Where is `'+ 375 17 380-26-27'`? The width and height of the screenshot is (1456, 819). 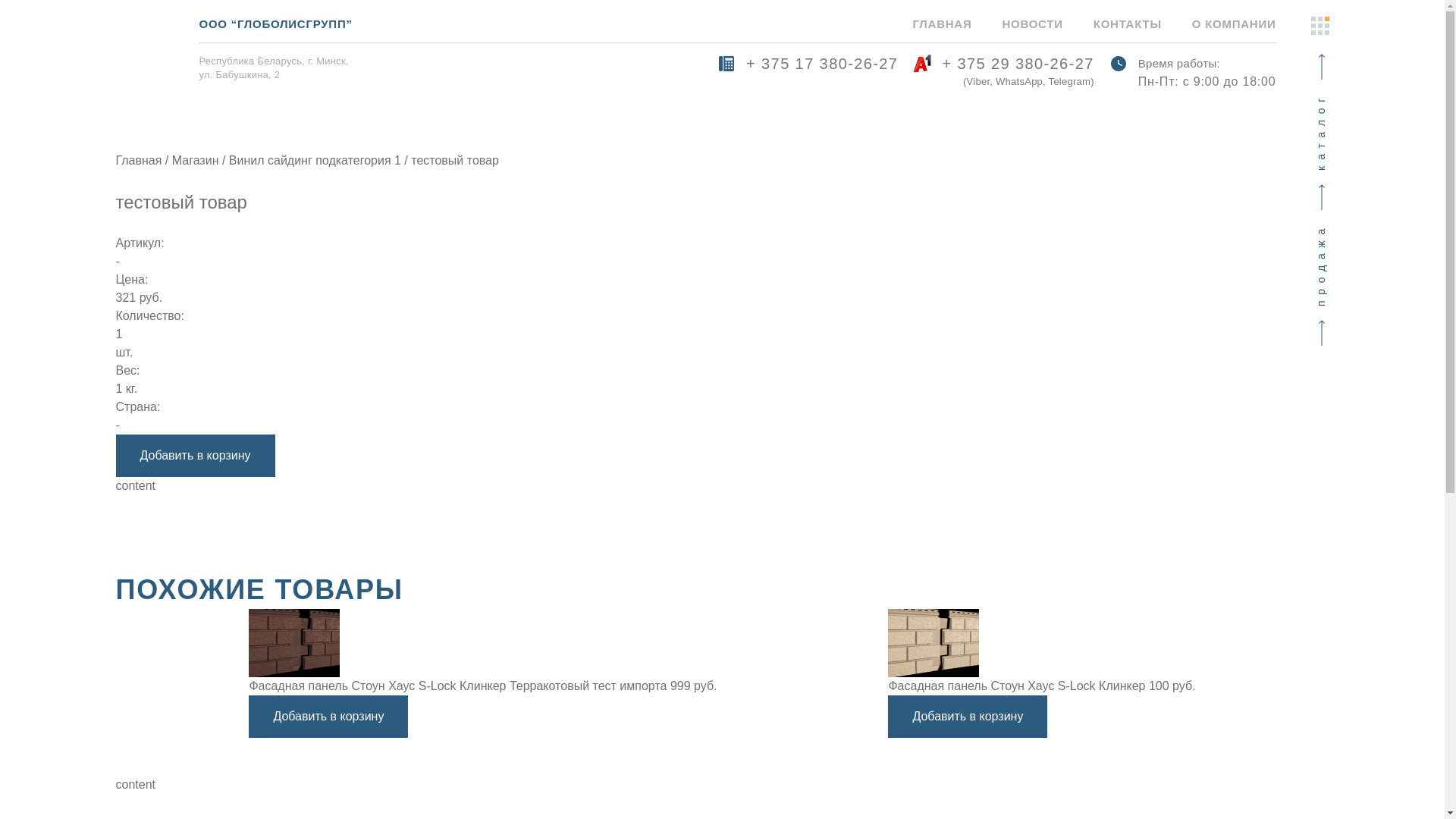
'+ 375 17 380-26-27' is located at coordinates (807, 73).